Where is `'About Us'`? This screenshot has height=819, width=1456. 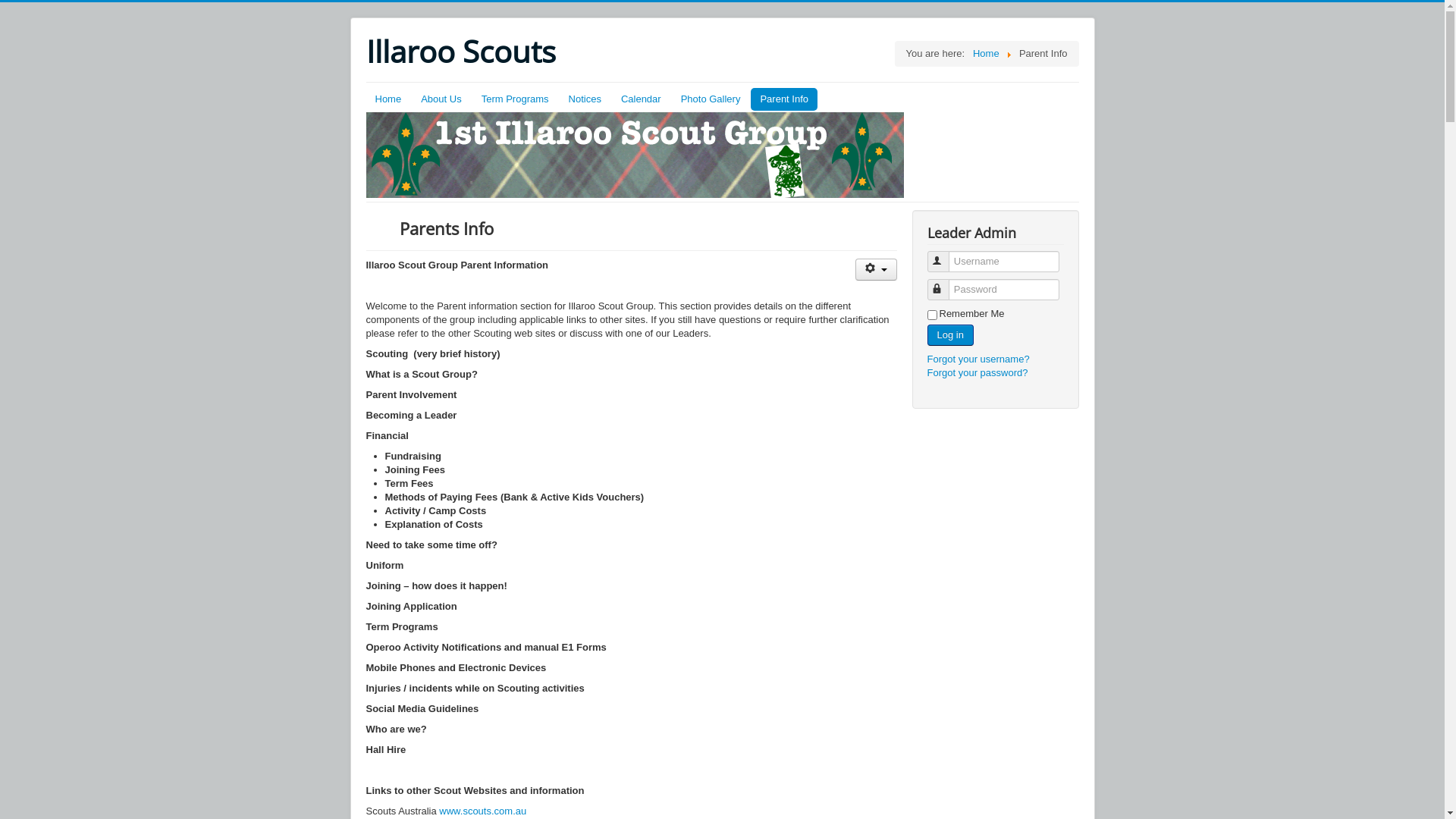
'About Us' is located at coordinates (440, 99).